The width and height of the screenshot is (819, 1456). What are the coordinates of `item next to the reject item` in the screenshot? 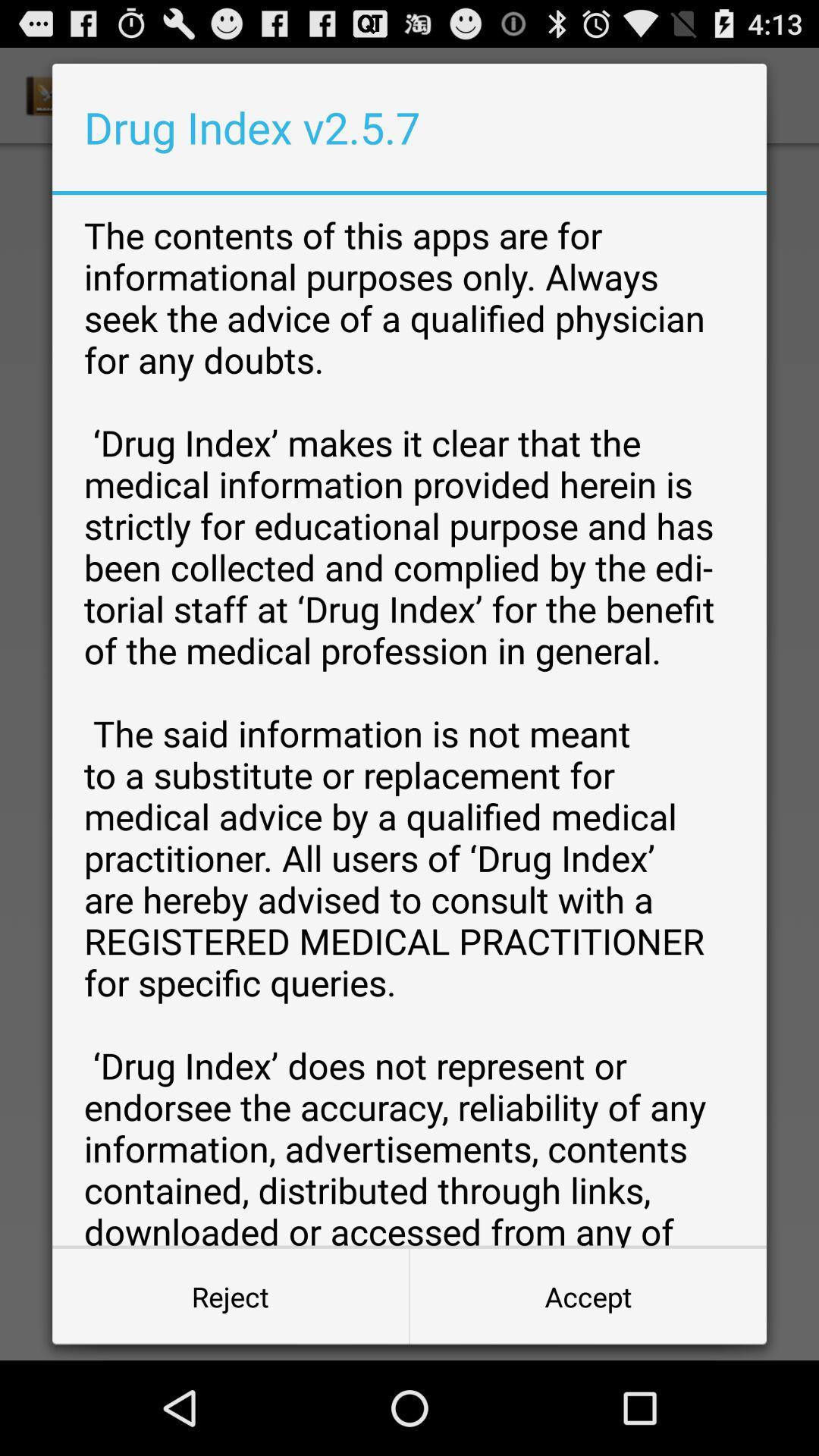 It's located at (587, 1295).